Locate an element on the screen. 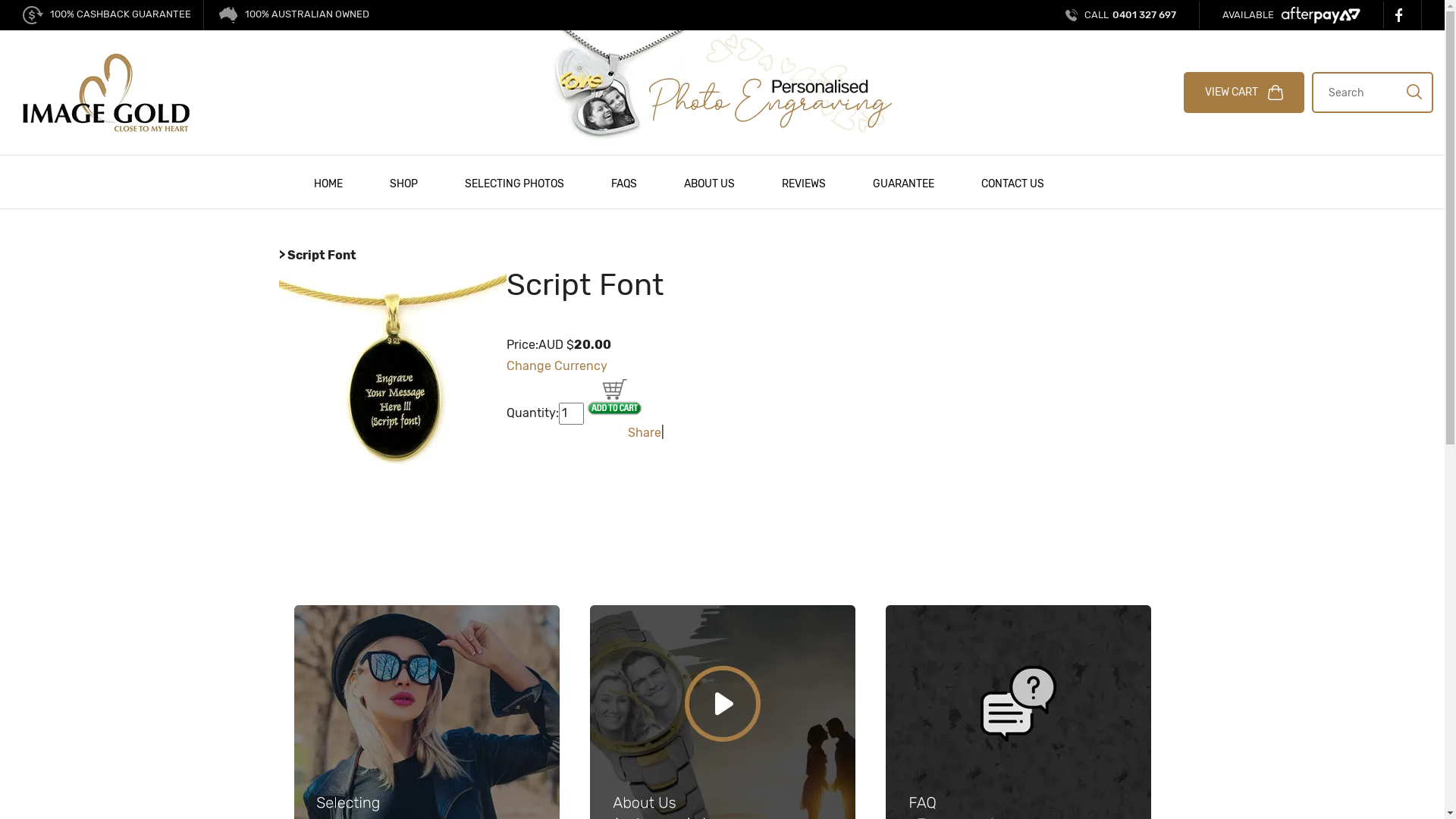 The image size is (1456, 819). 'Personalised Photo Engraving' is located at coordinates (721, 86).